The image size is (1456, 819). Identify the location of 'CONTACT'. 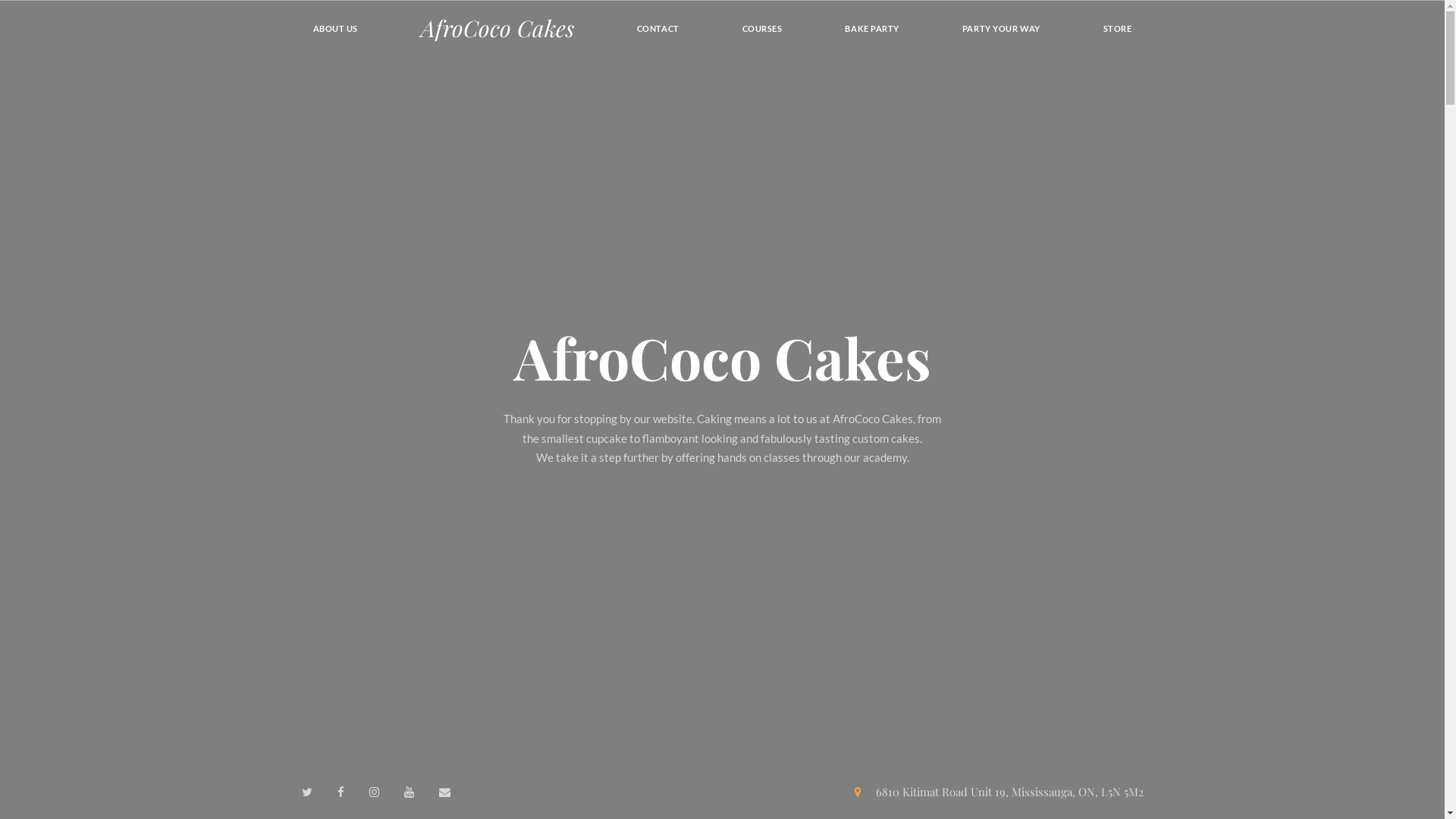
(658, 28).